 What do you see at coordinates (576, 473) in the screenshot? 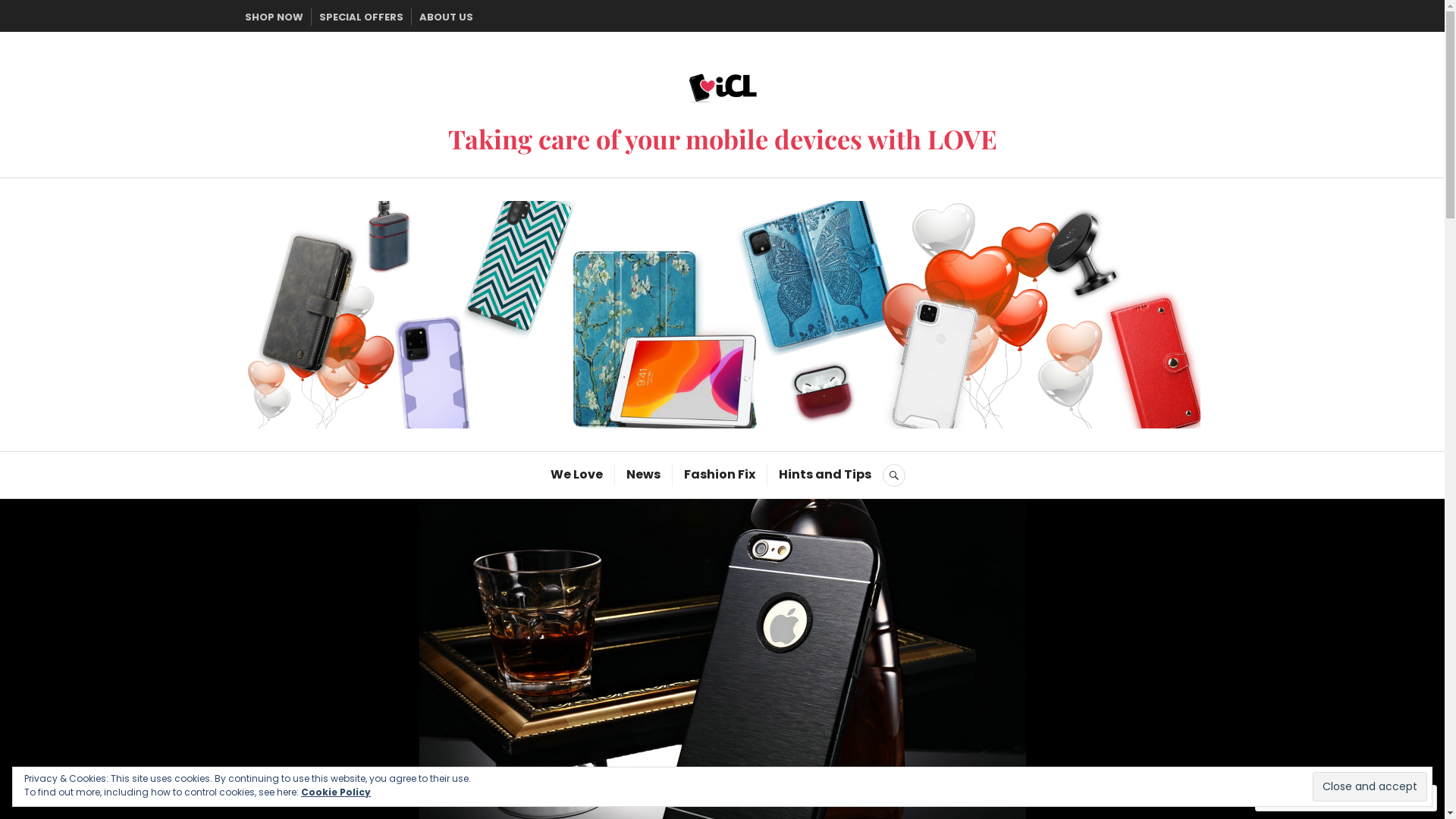
I see `'We Love'` at bounding box center [576, 473].